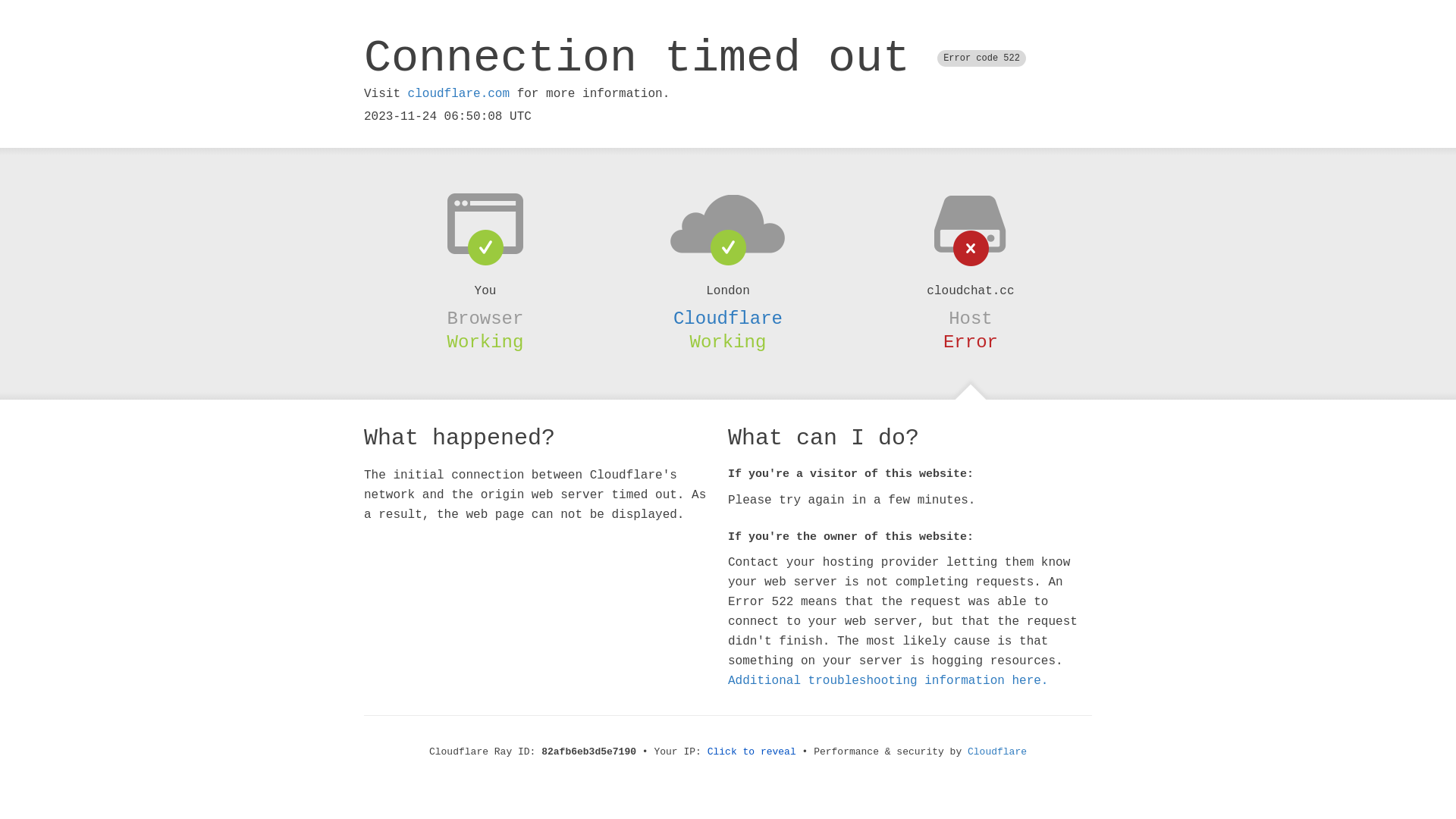 The width and height of the screenshot is (1456, 819). I want to click on 'Cloudflare', so click(728, 318).